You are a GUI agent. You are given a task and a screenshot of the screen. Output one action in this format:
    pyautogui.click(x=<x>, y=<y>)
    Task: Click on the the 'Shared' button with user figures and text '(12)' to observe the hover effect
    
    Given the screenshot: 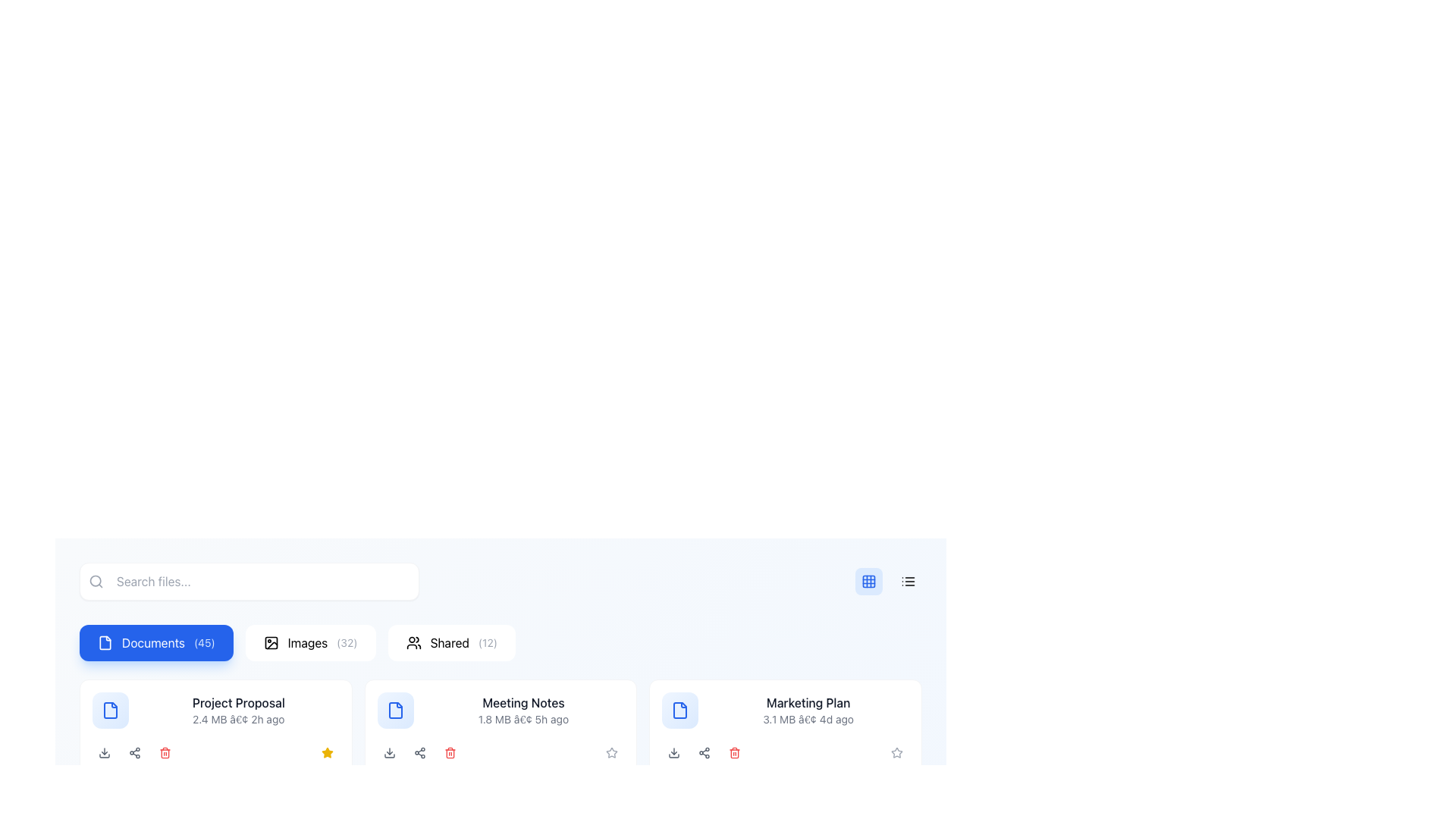 What is the action you would take?
    pyautogui.click(x=450, y=643)
    